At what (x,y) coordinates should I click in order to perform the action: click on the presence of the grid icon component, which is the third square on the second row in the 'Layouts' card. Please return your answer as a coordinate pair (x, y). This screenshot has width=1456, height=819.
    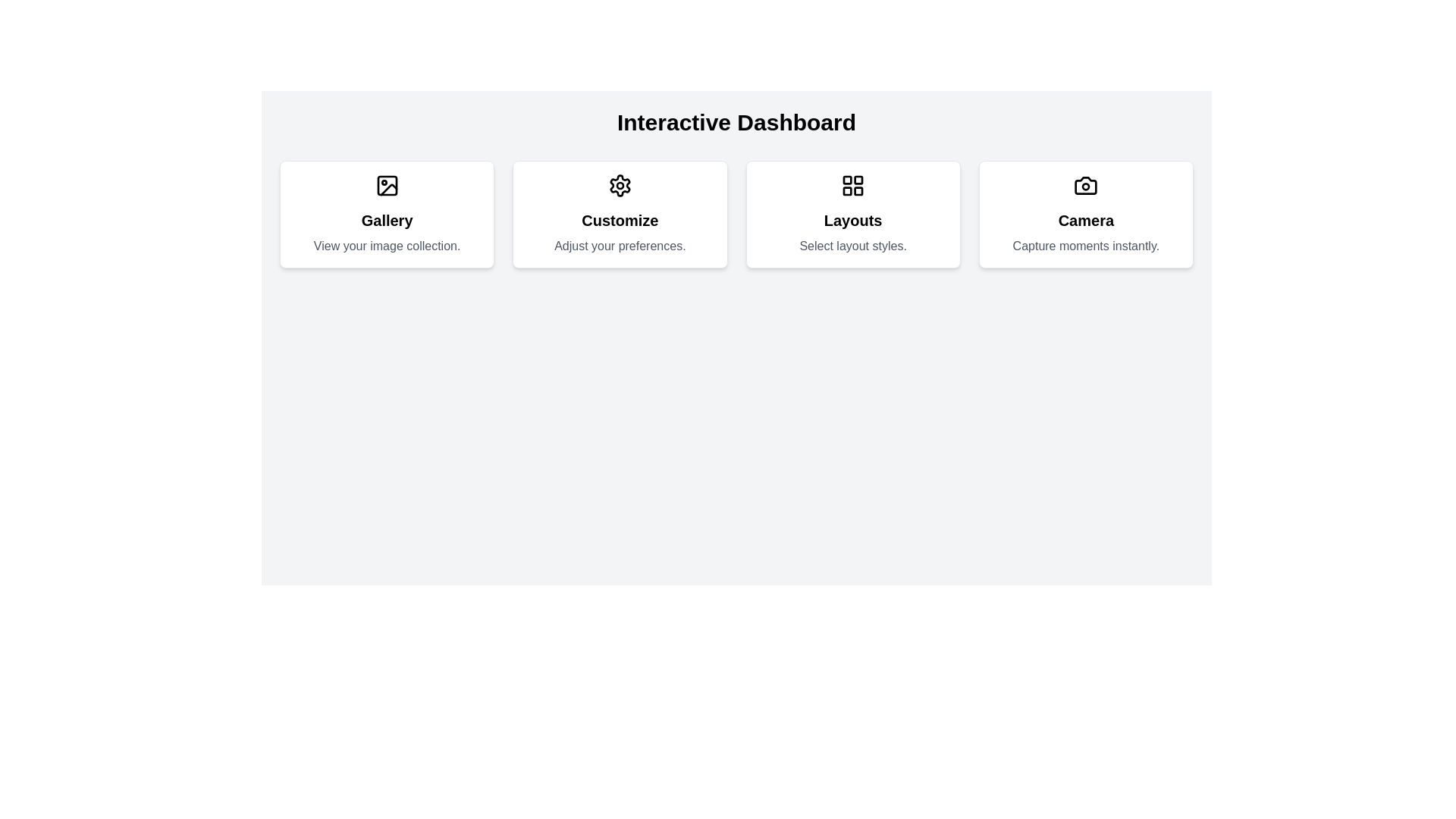
    Looking at the image, I should click on (858, 190).